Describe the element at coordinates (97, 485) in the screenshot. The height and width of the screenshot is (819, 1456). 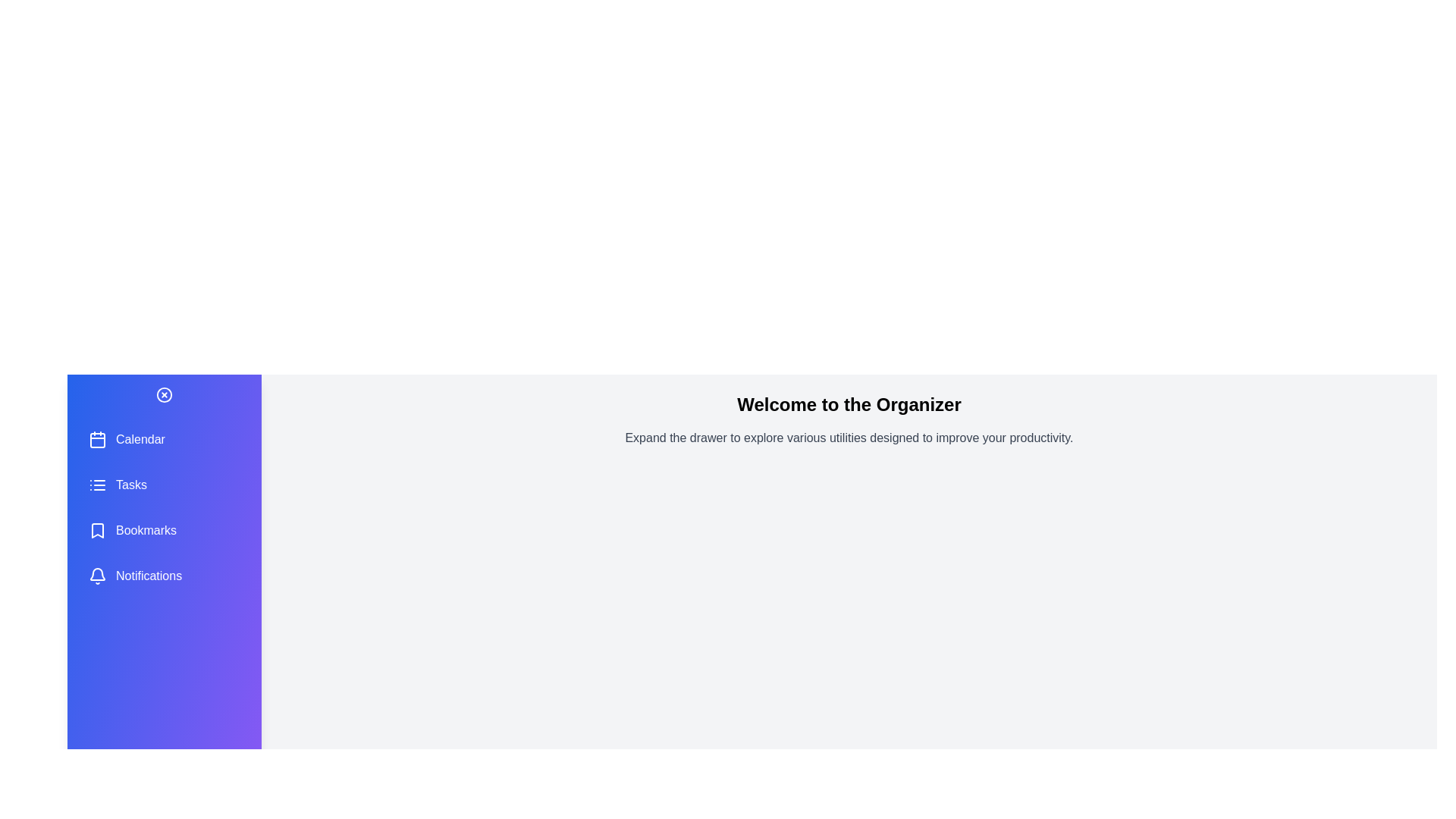
I see `the Tasks icon in the drawer` at that location.